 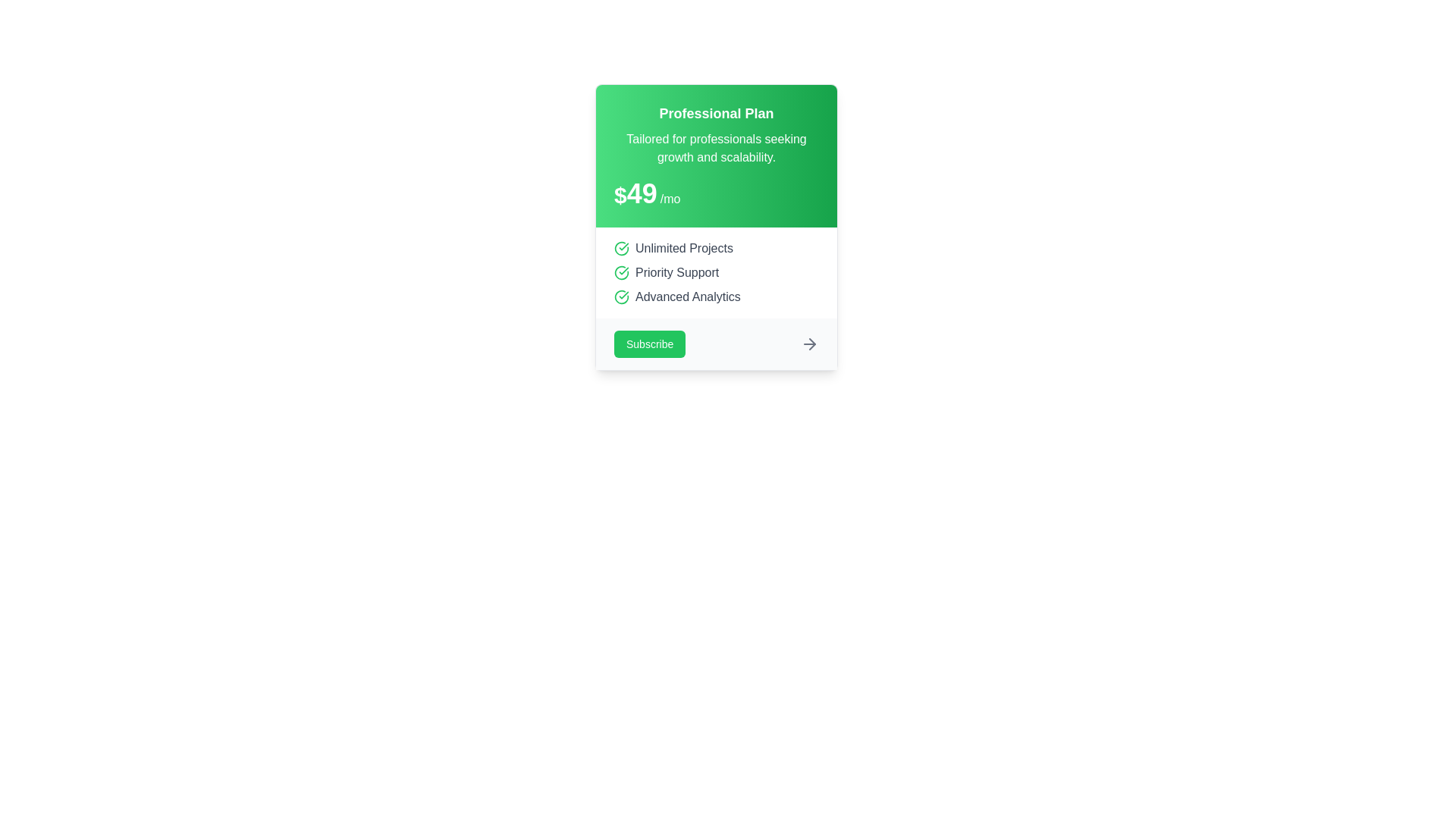 I want to click on the dollar sign ('$') symbol displayed in bold and large font within the green header section of the subscription card, which is part of the pricing display, so click(x=620, y=195).